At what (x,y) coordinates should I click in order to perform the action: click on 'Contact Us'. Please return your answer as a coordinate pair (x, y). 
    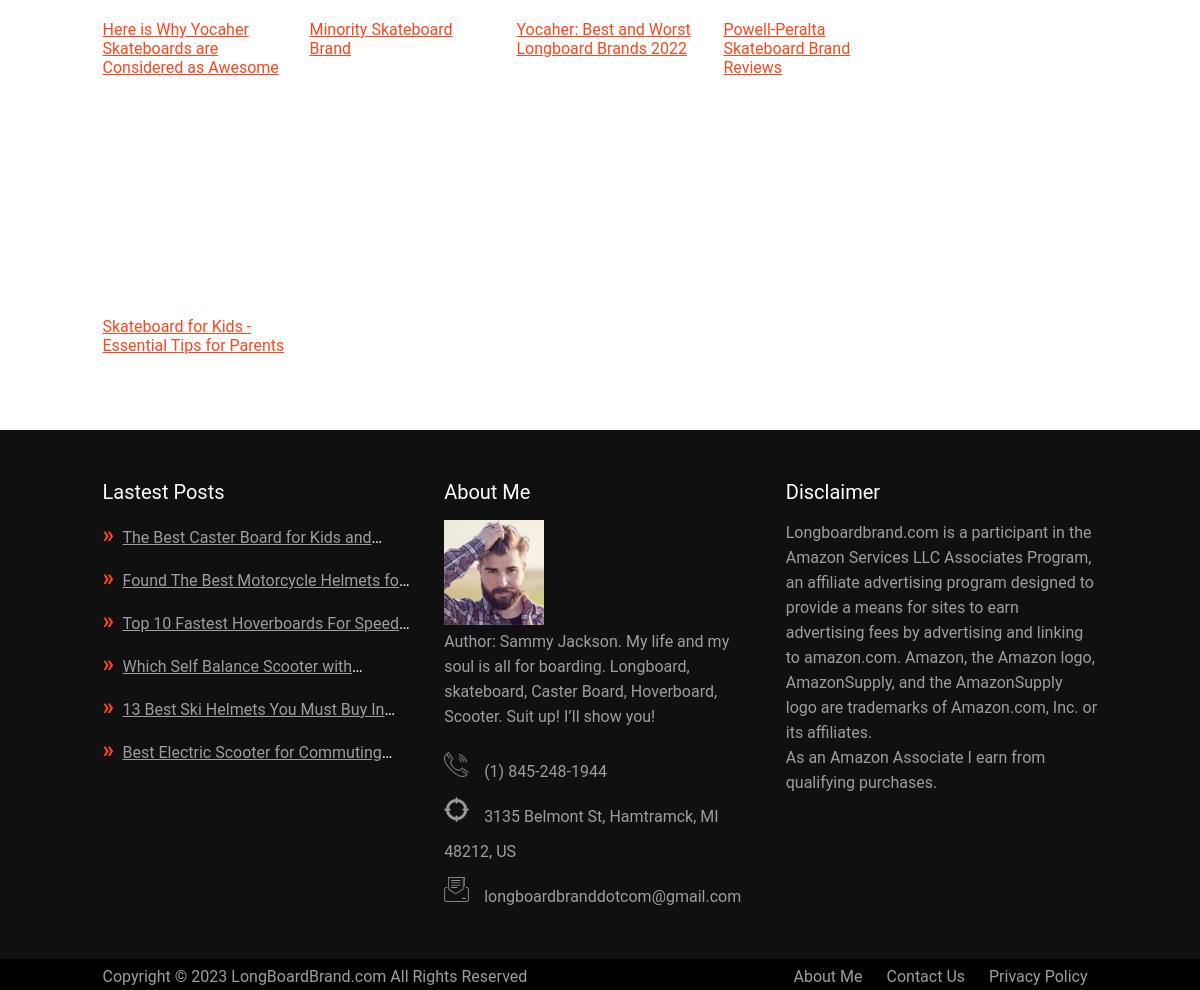
    Looking at the image, I should click on (925, 976).